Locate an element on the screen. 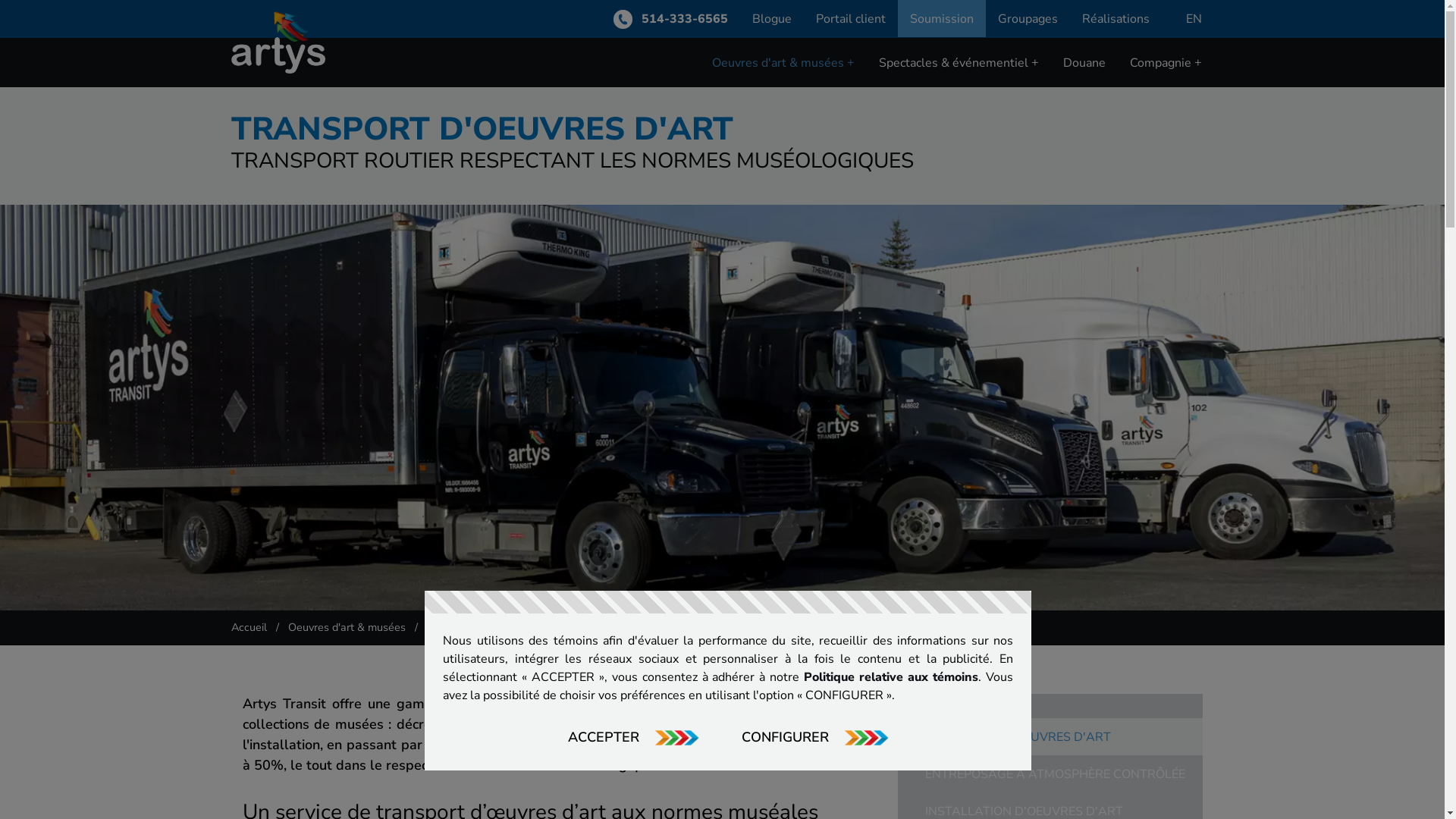  'Compagnie' is located at coordinates (1165, 61).